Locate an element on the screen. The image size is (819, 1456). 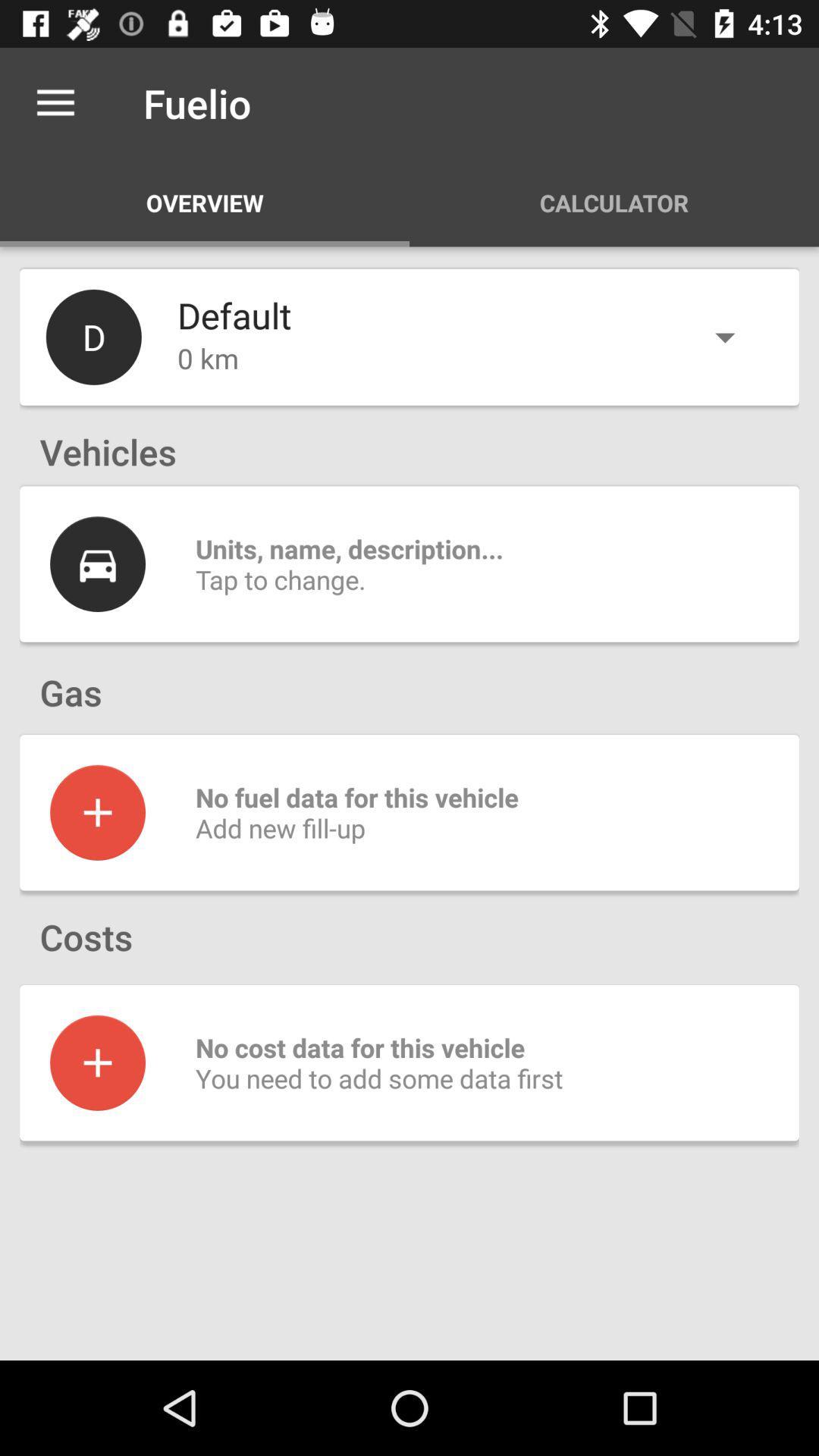
plus symbol below the costs is located at coordinates (97, 1062).